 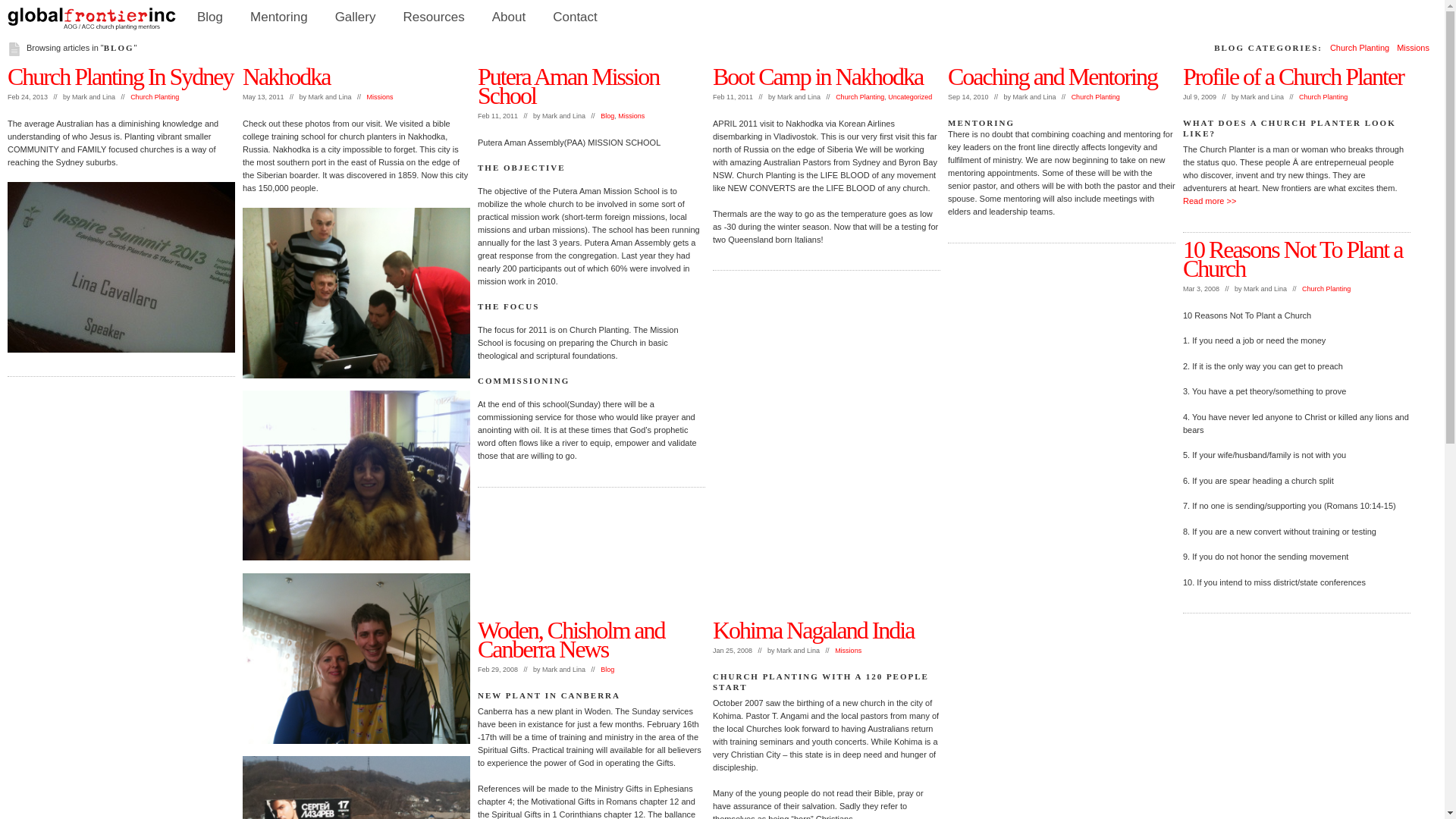 What do you see at coordinates (209, 17) in the screenshot?
I see `'Blog'` at bounding box center [209, 17].